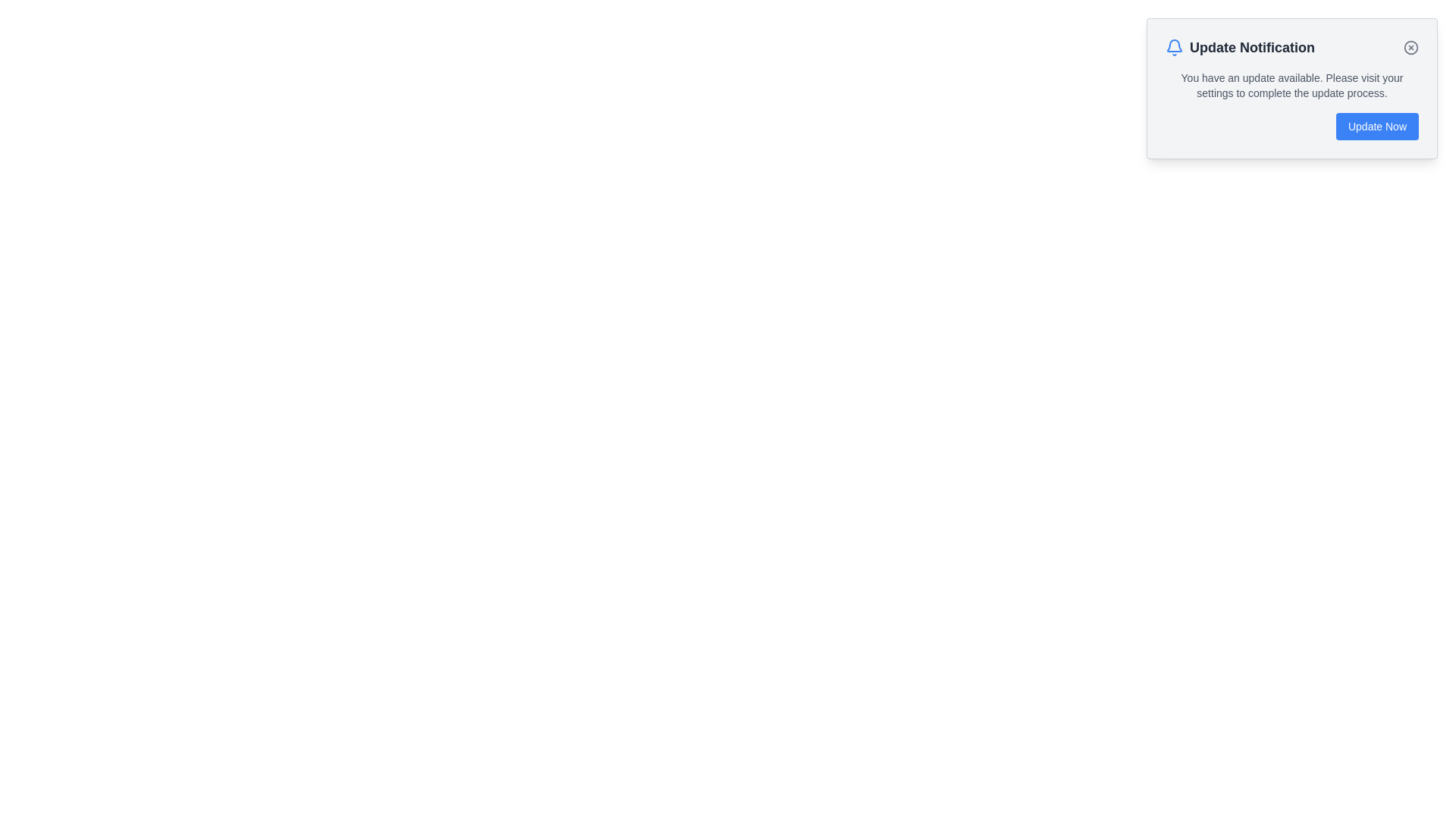  I want to click on the SVG Circle element located at the top-right corner of the notification box, which is part of an interactive visual icon for closing or dismissing elements, so click(1410, 46).